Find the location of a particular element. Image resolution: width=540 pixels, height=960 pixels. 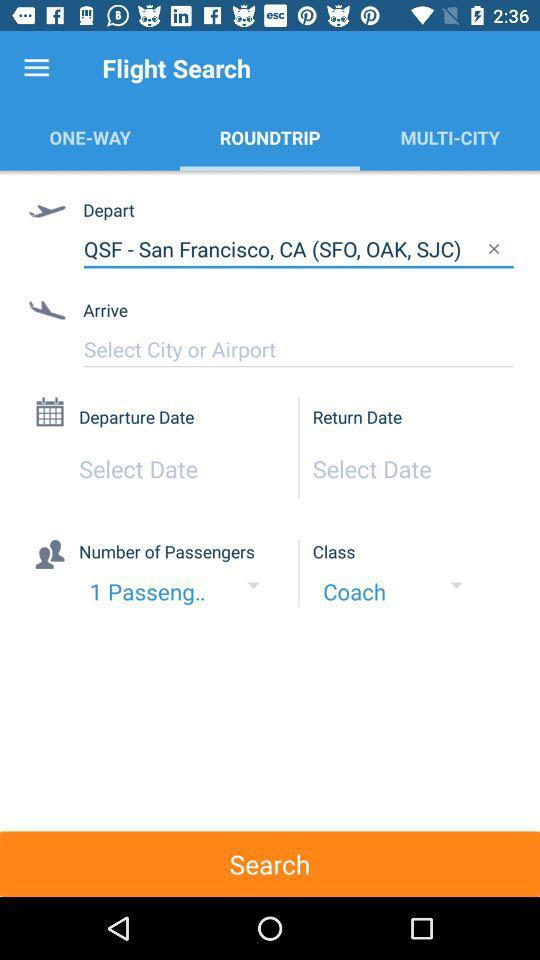

input city or airport for arrival is located at coordinates (297, 349).